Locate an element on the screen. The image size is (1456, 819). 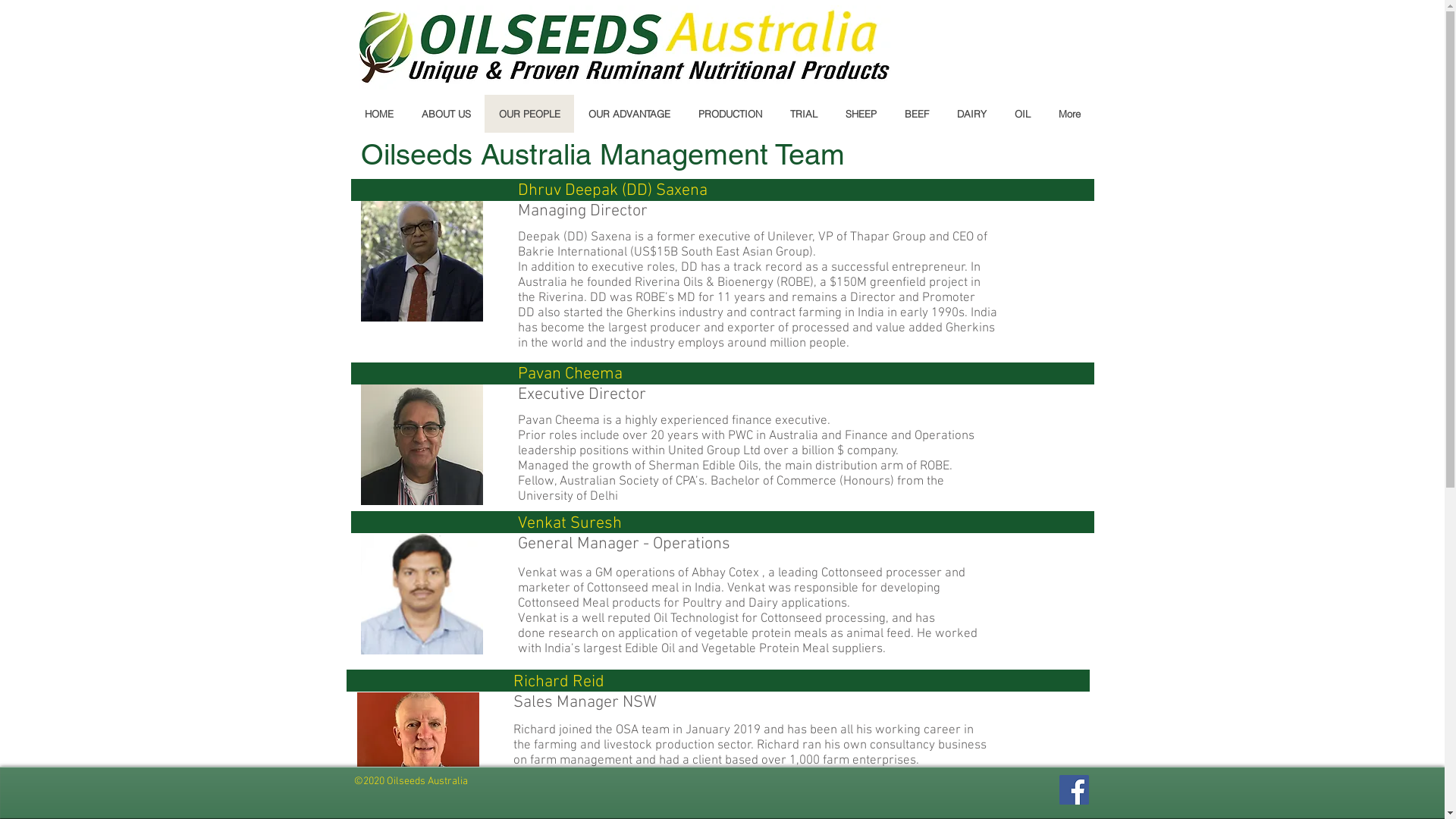
'OUR PEOPLE' is located at coordinates (528, 113).